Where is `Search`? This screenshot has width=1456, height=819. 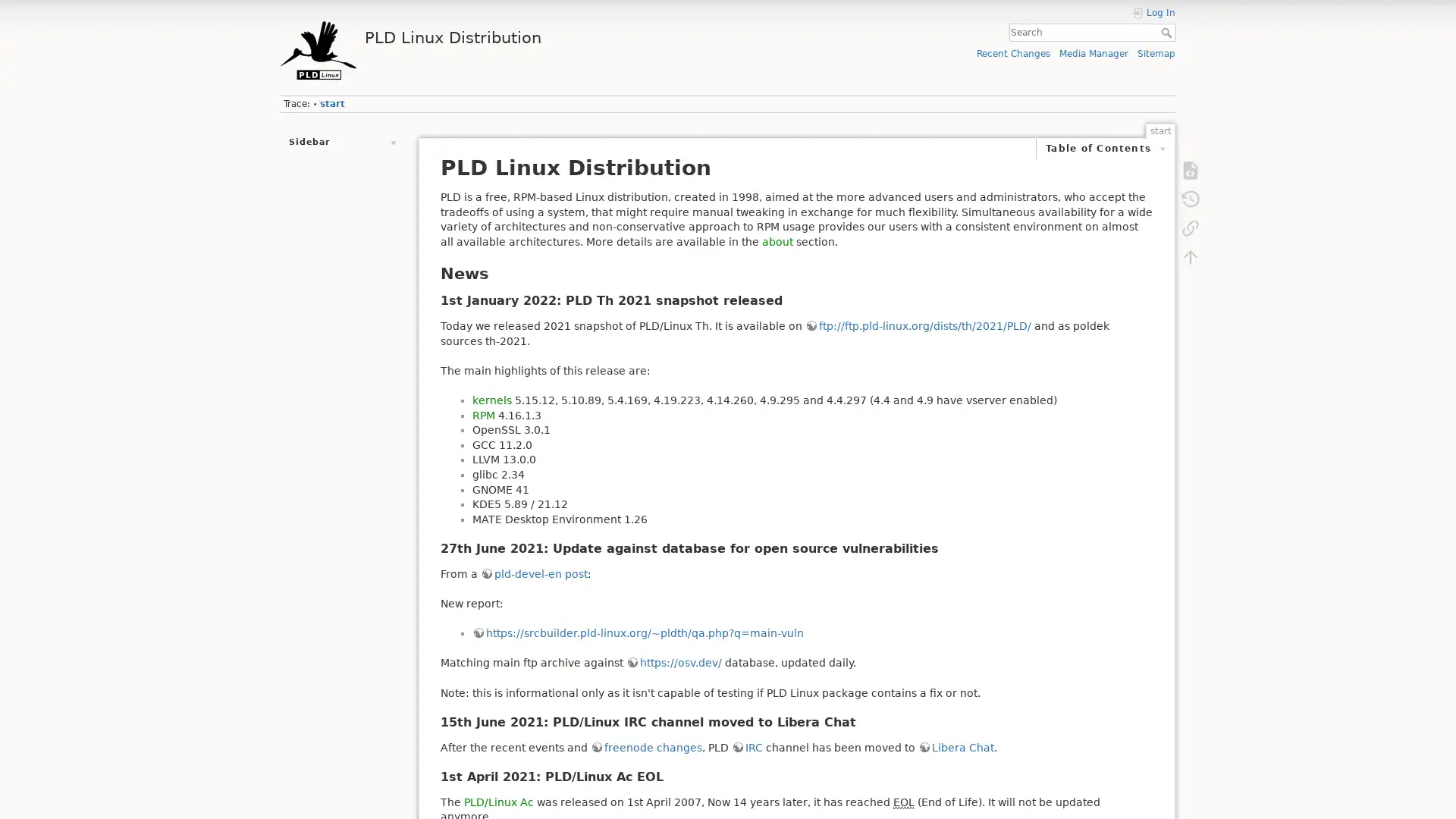 Search is located at coordinates (1167, 32).